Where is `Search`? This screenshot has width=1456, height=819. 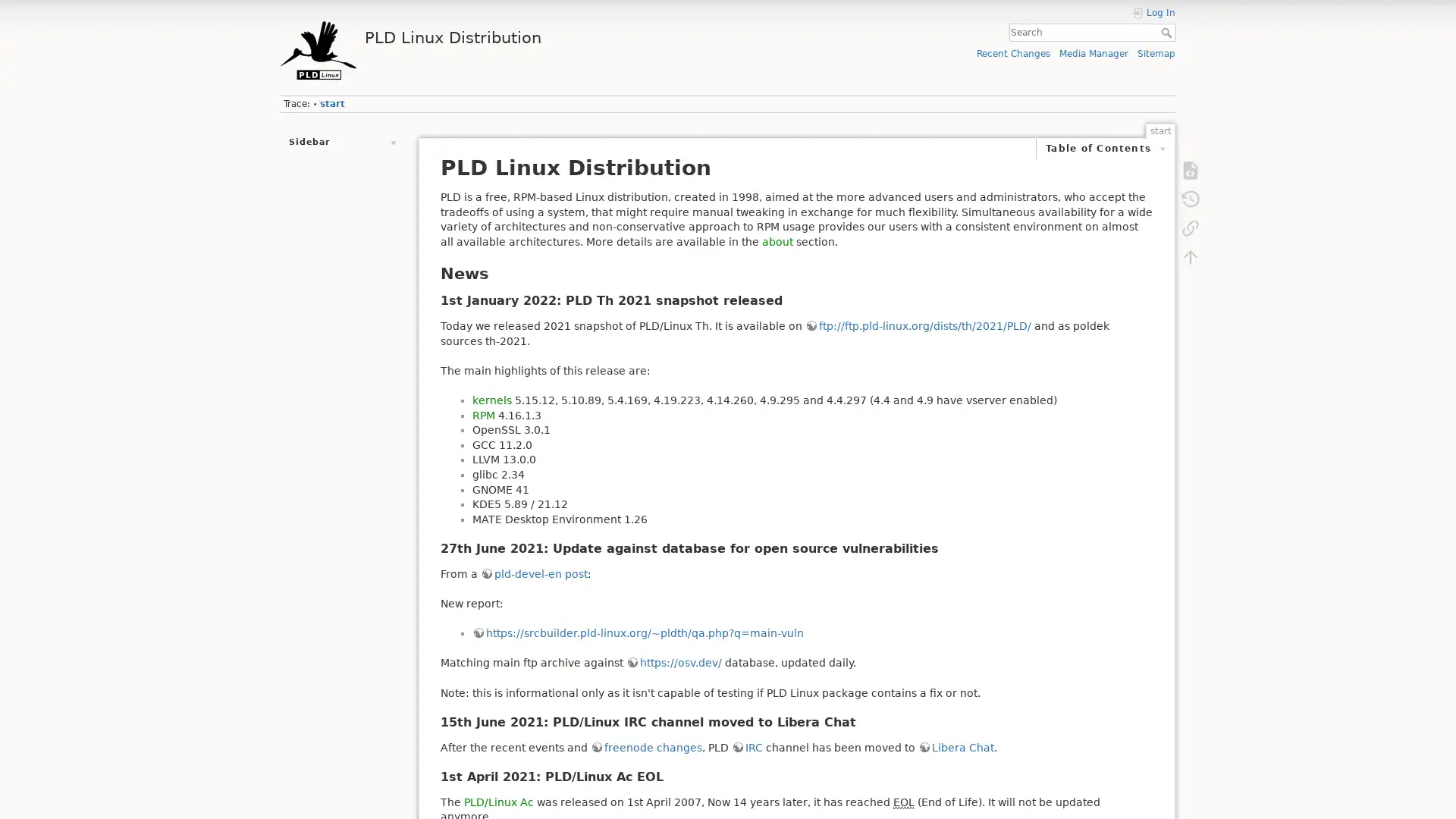 Search is located at coordinates (1167, 32).